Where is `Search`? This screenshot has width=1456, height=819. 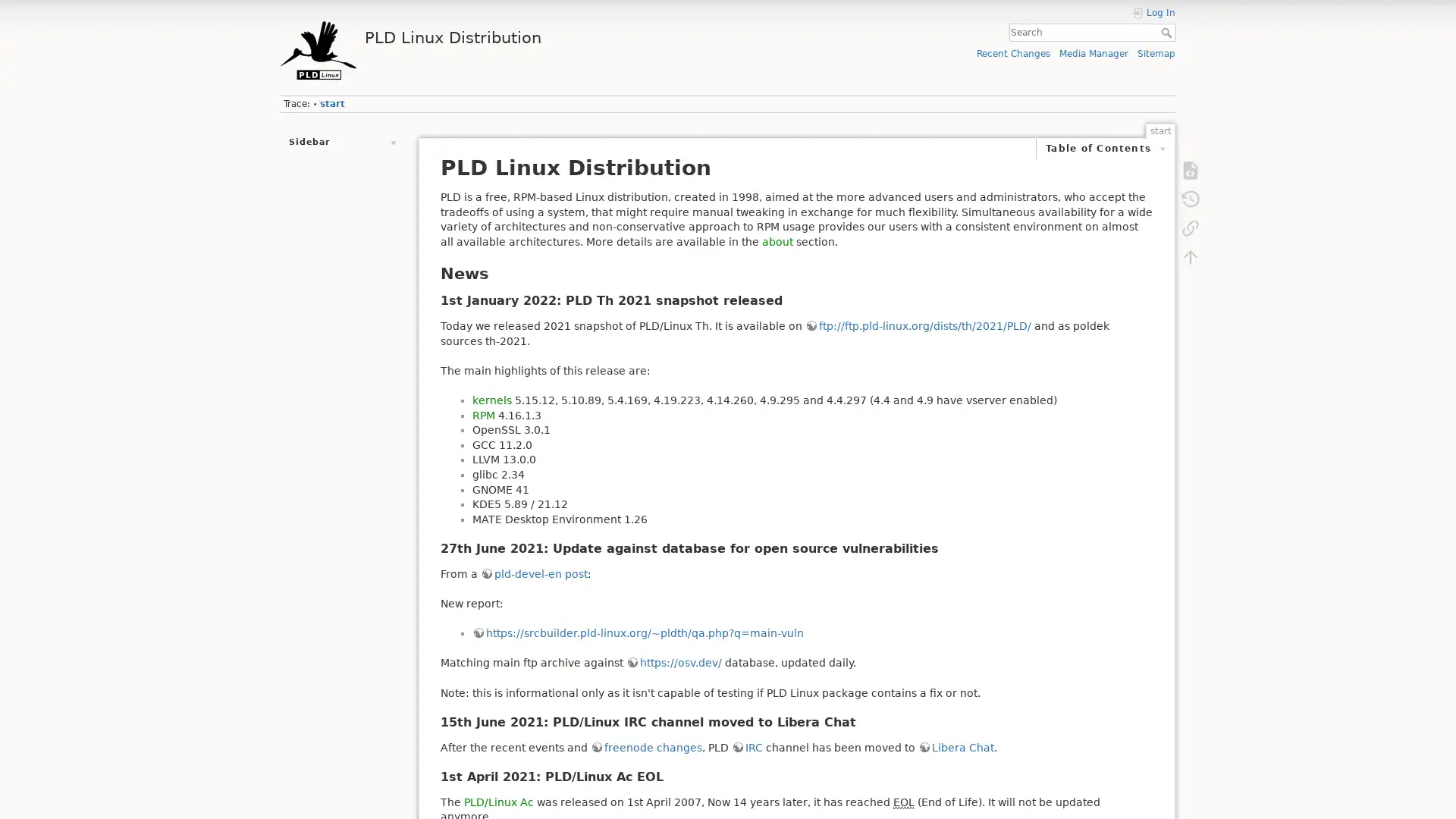 Search is located at coordinates (1167, 32).